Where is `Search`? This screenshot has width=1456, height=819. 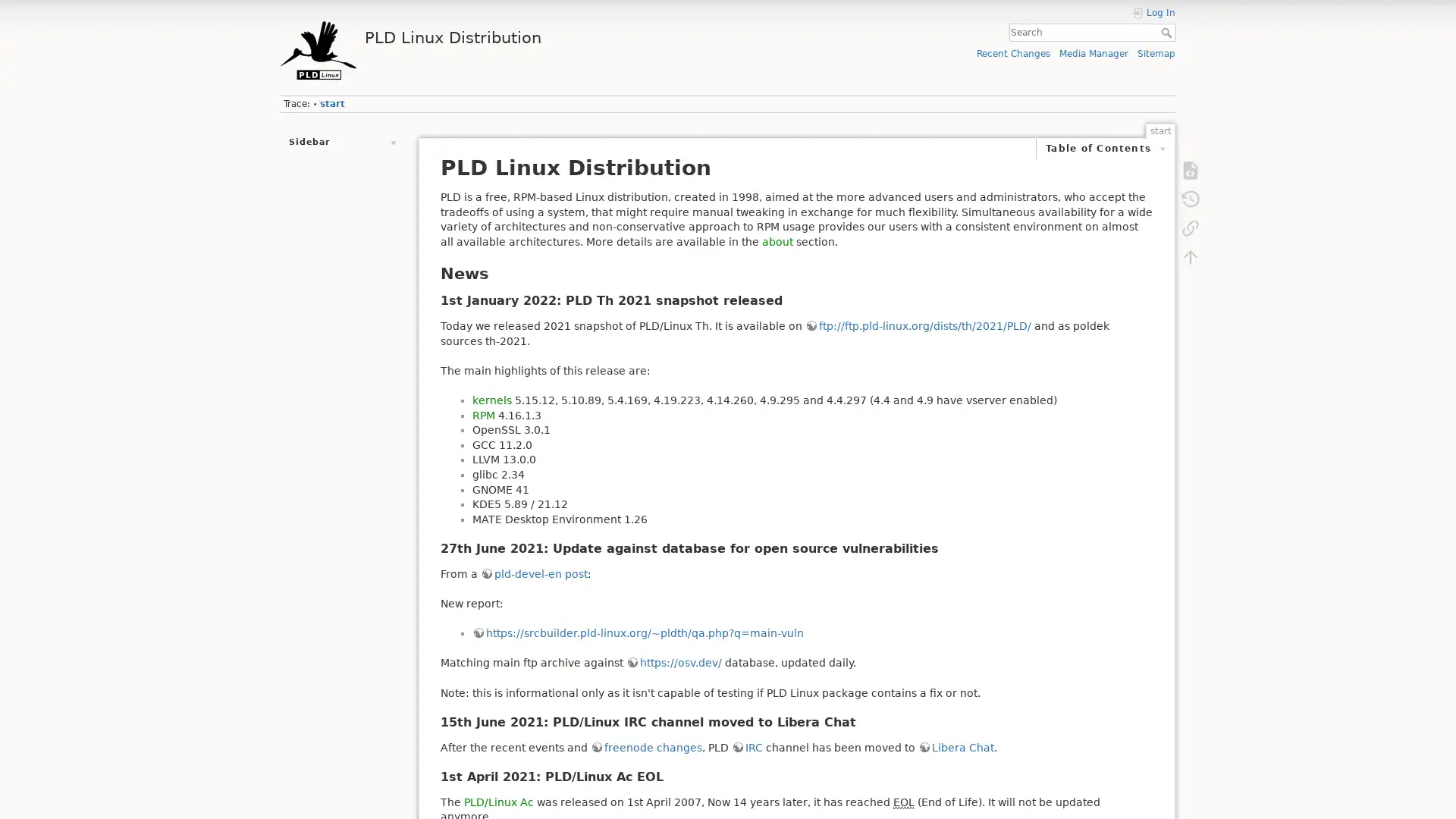 Search is located at coordinates (1167, 32).